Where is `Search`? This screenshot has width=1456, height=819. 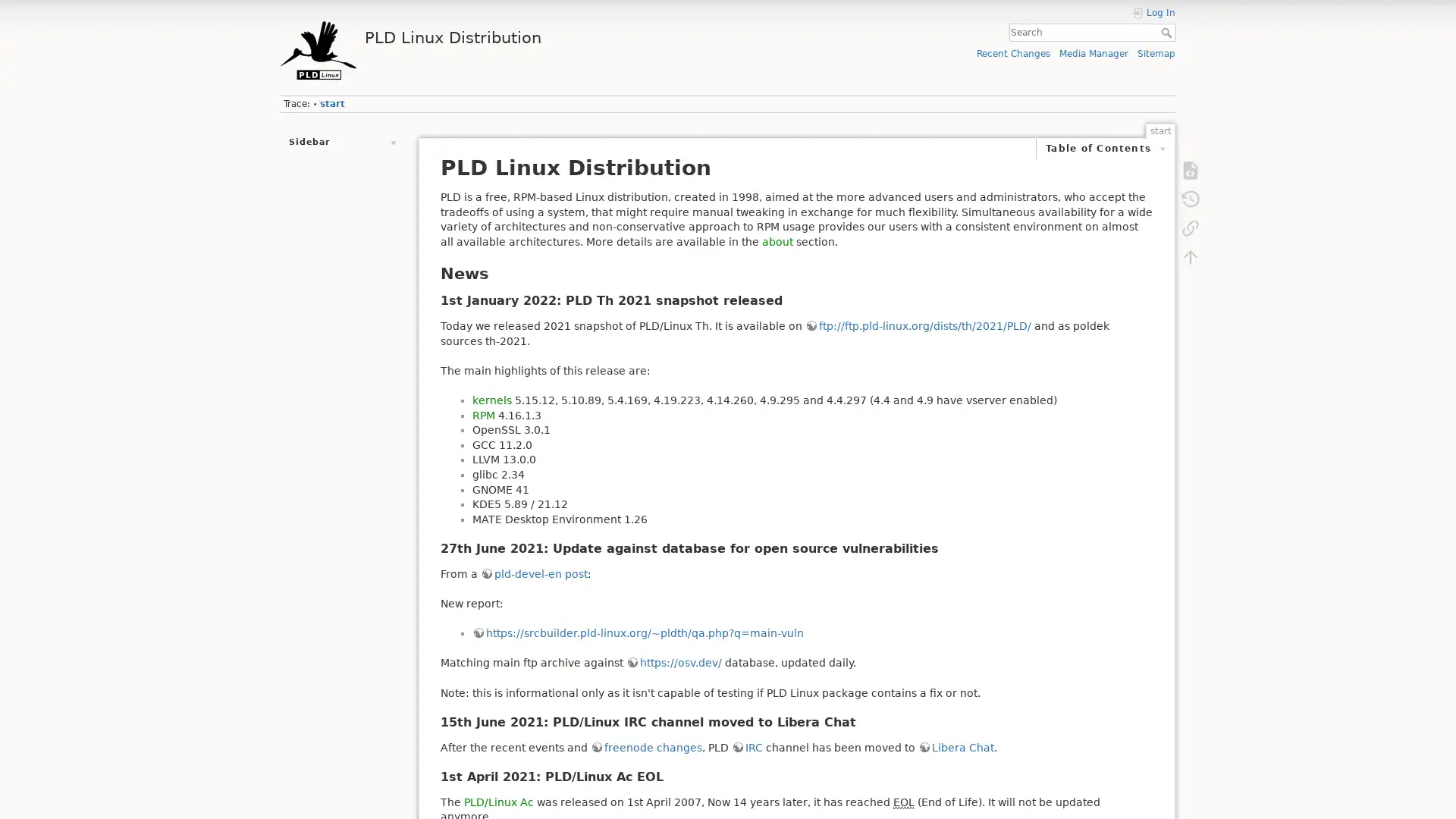 Search is located at coordinates (1167, 32).